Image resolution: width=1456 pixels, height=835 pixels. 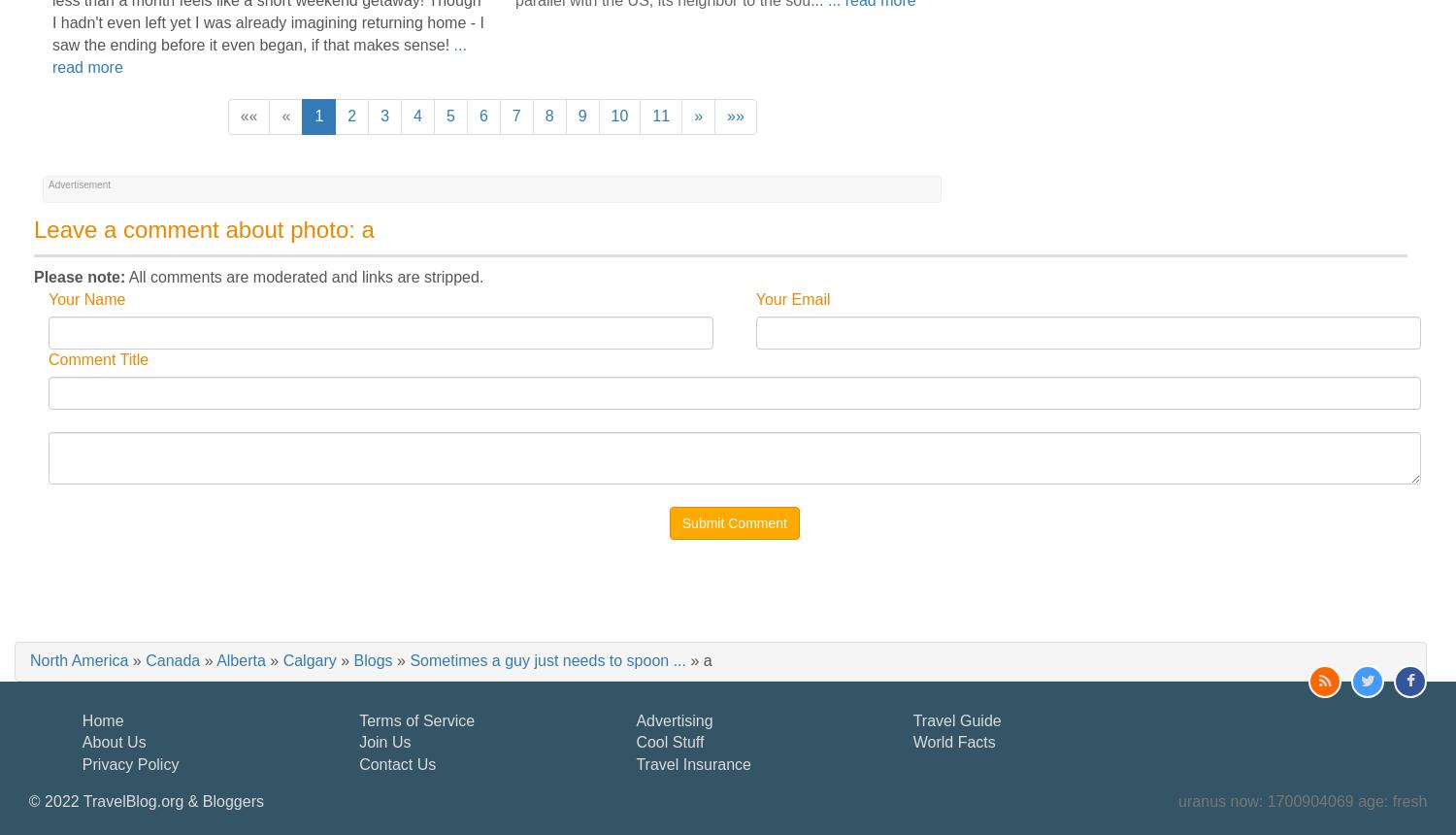 What do you see at coordinates (146, 659) in the screenshot?
I see `'Canada'` at bounding box center [146, 659].